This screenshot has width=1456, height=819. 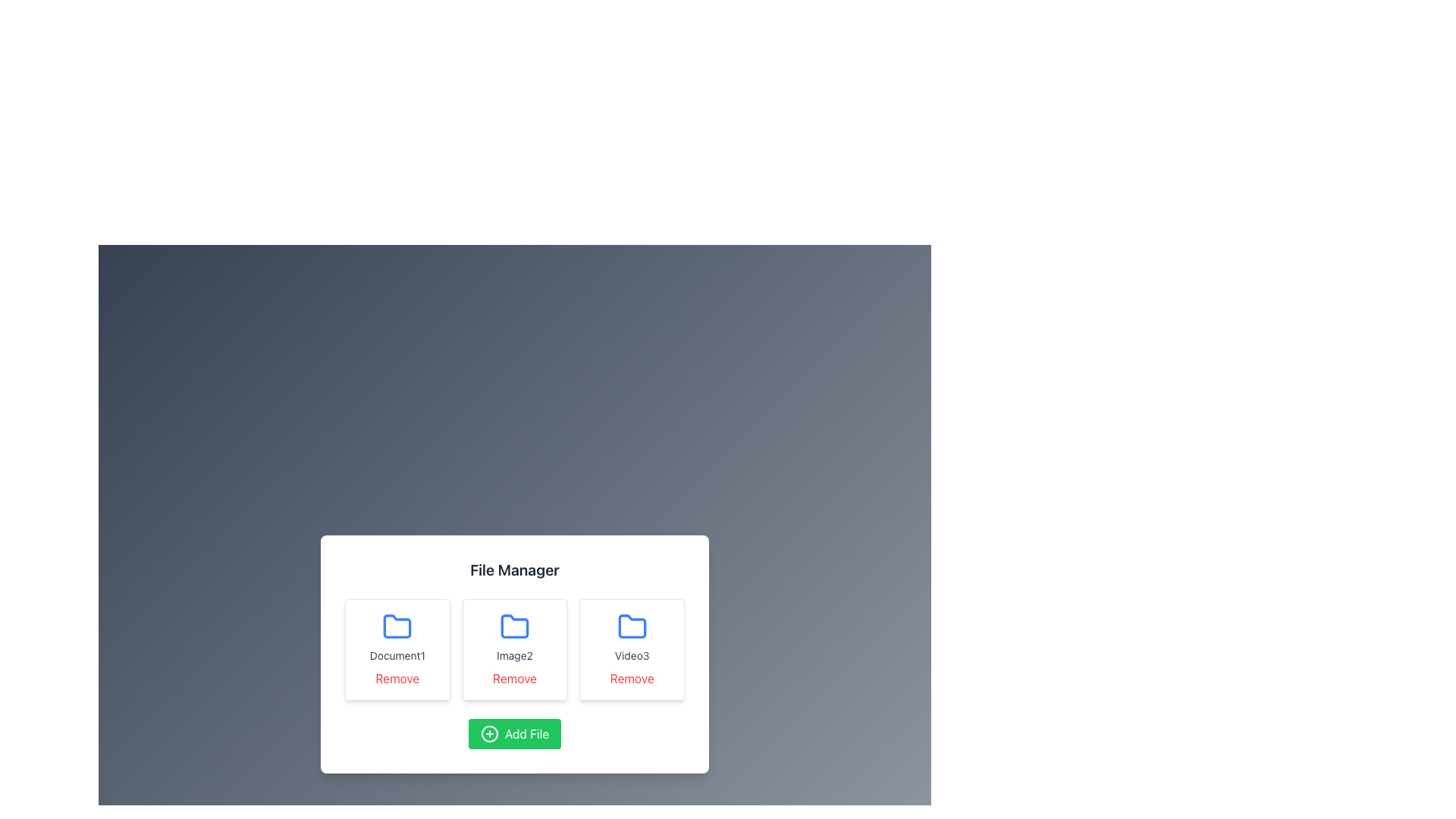 I want to click on the 'Remove' text link styled with red font color located below the 'Video3' blue folder icon in the 'File Manager' interface, so click(x=632, y=677).